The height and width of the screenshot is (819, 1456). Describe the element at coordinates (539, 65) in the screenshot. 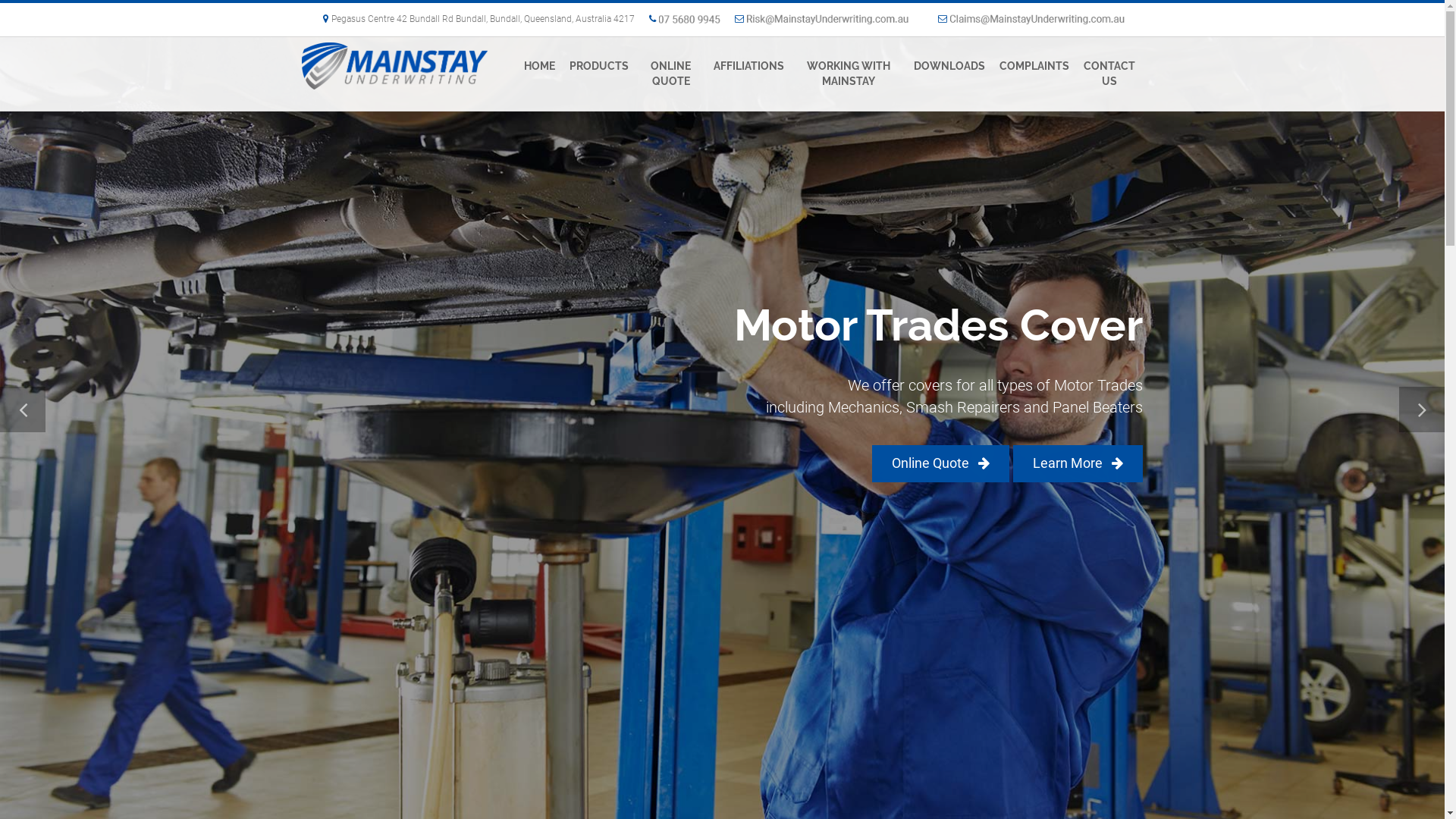

I see `'HOME'` at that location.